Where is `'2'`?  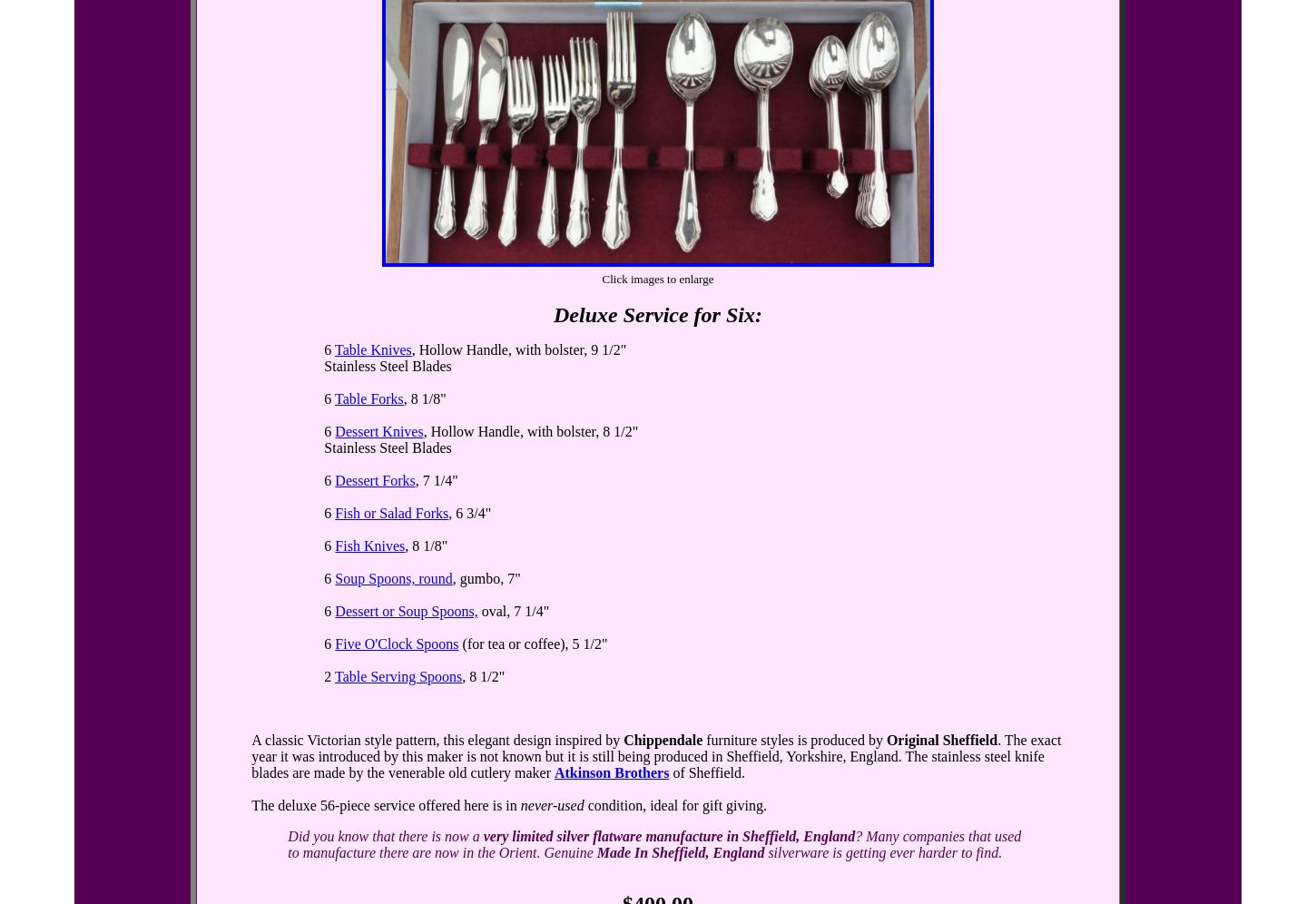
'2' is located at coordinates (329, 675).